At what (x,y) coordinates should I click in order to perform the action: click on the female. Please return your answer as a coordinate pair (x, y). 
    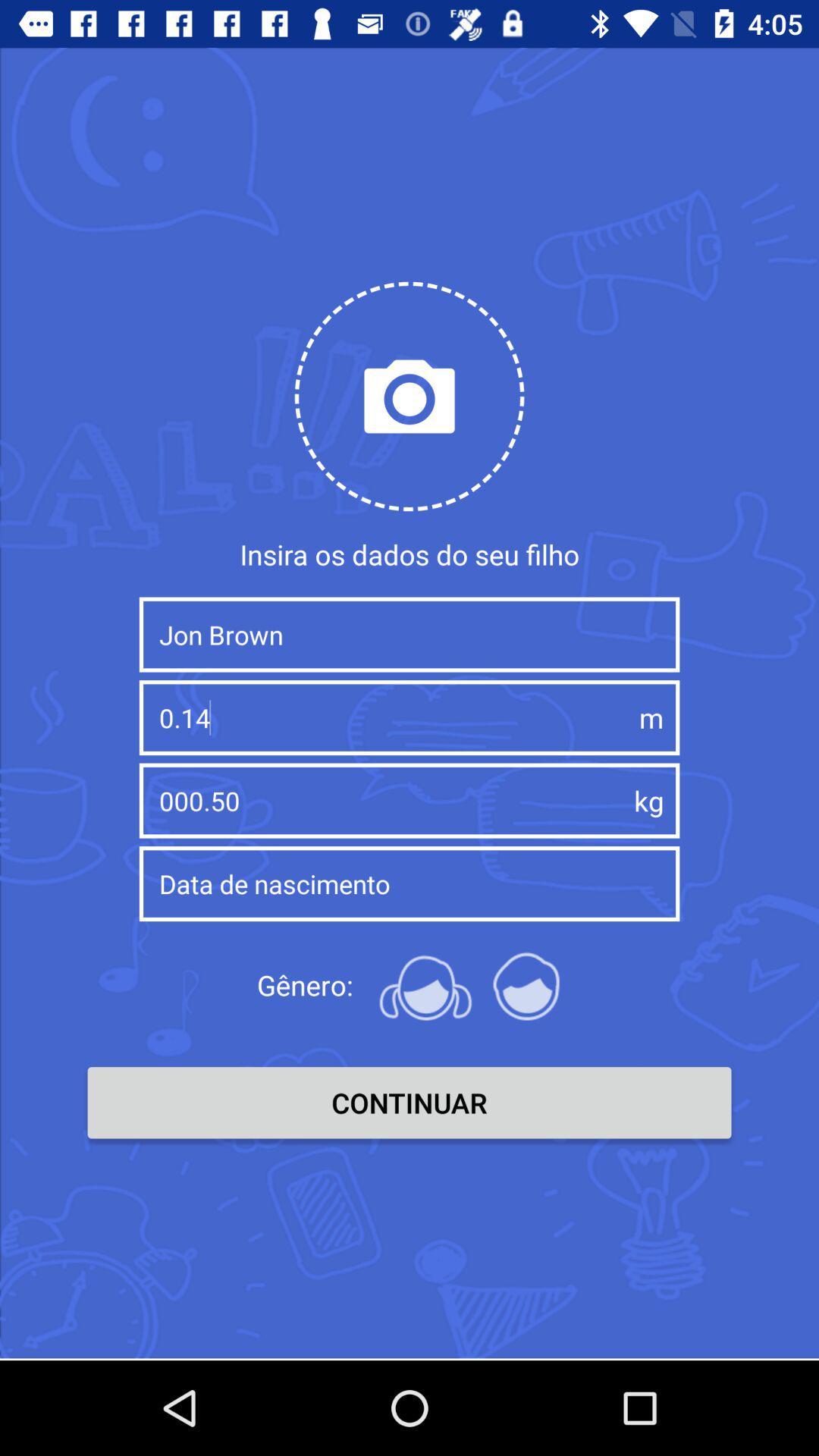
    Looking at the image, I should click on (425, 985).